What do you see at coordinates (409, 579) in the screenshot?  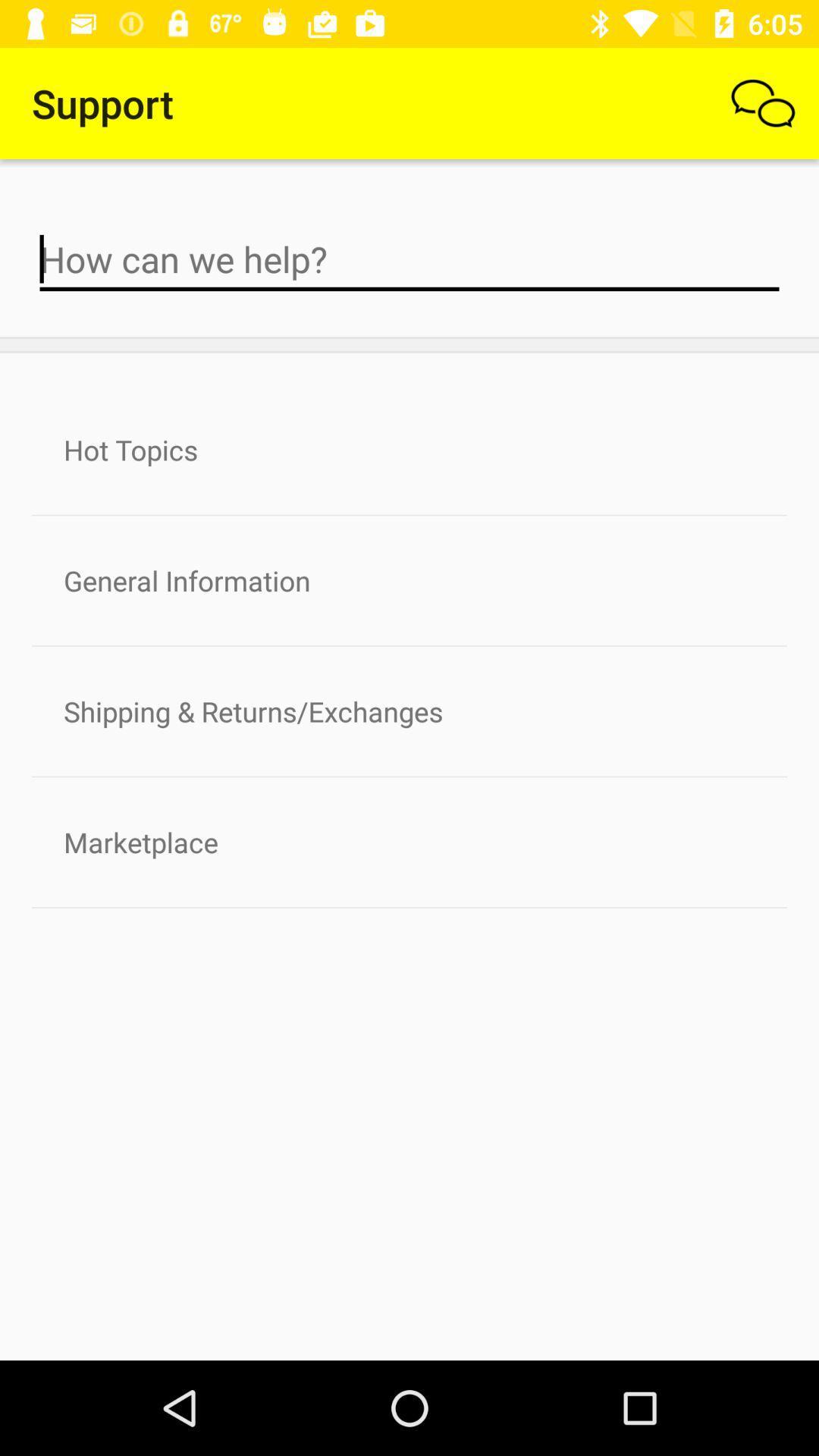 I see `the general information icon` at bounding box center [409, 579].